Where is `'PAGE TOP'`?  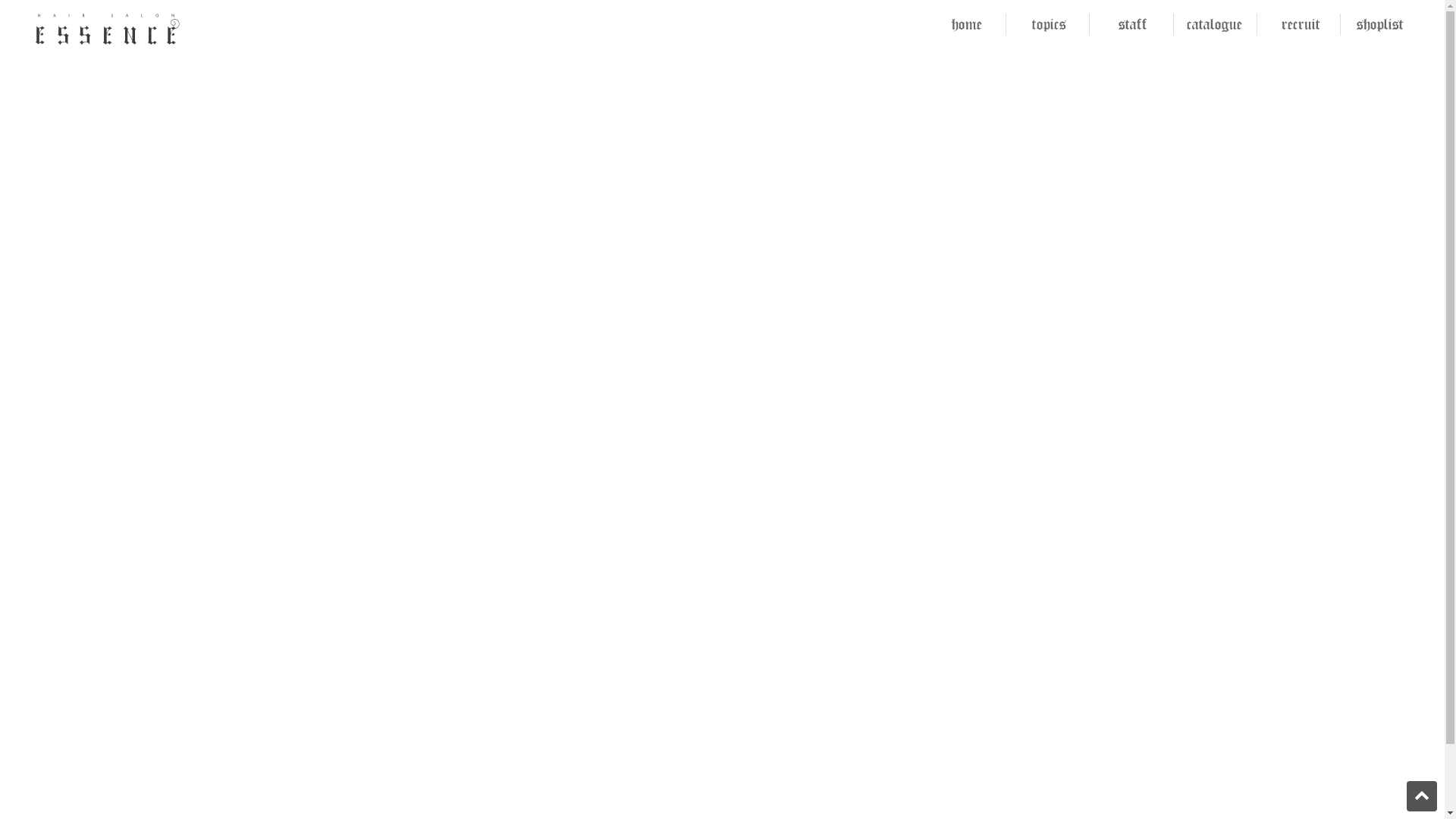 'PAGE TOP' is located at coordinates (1405, 795).